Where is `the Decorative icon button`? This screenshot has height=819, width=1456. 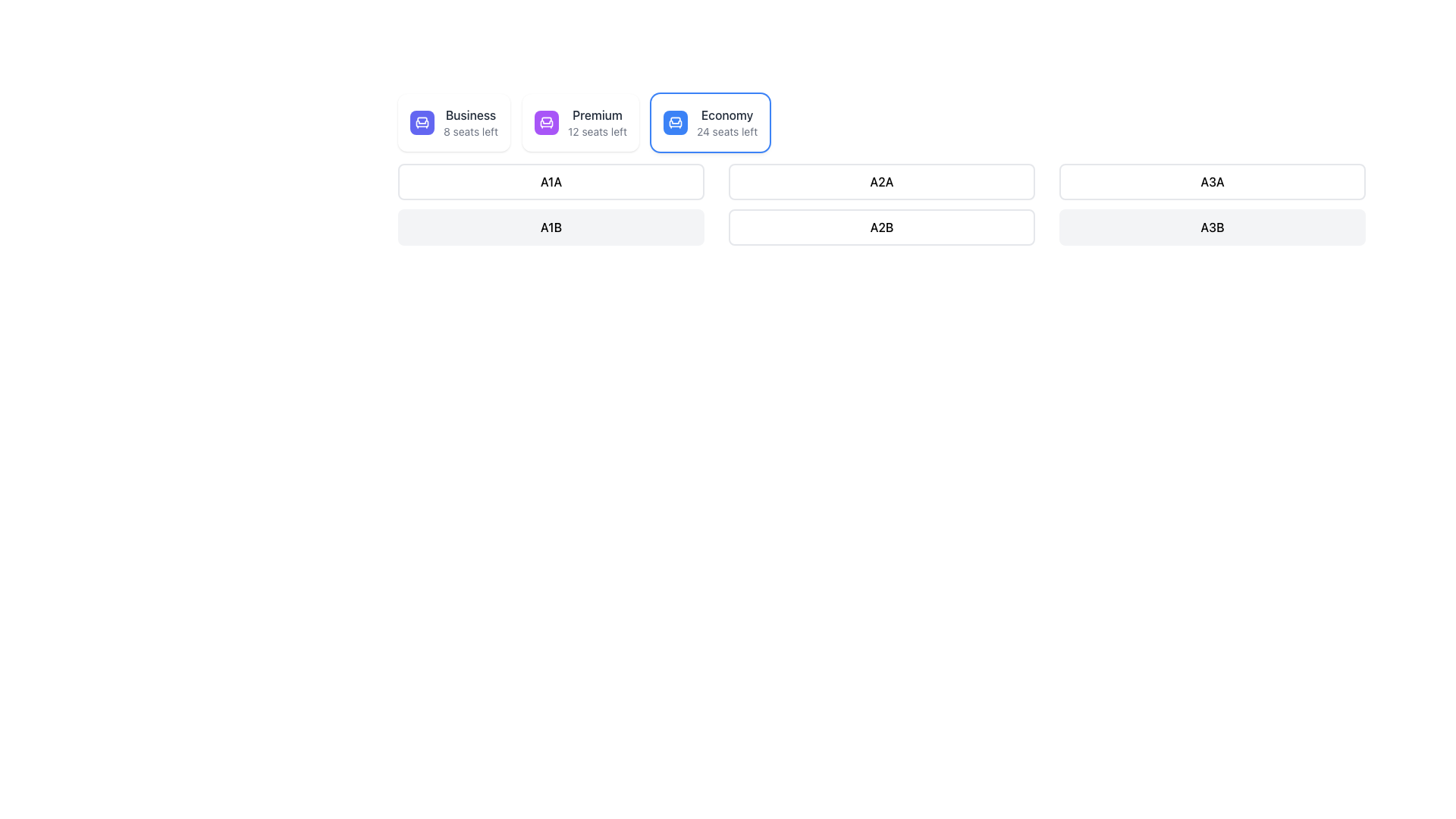 the Decorative icon button is located at coordinates (546, 122).